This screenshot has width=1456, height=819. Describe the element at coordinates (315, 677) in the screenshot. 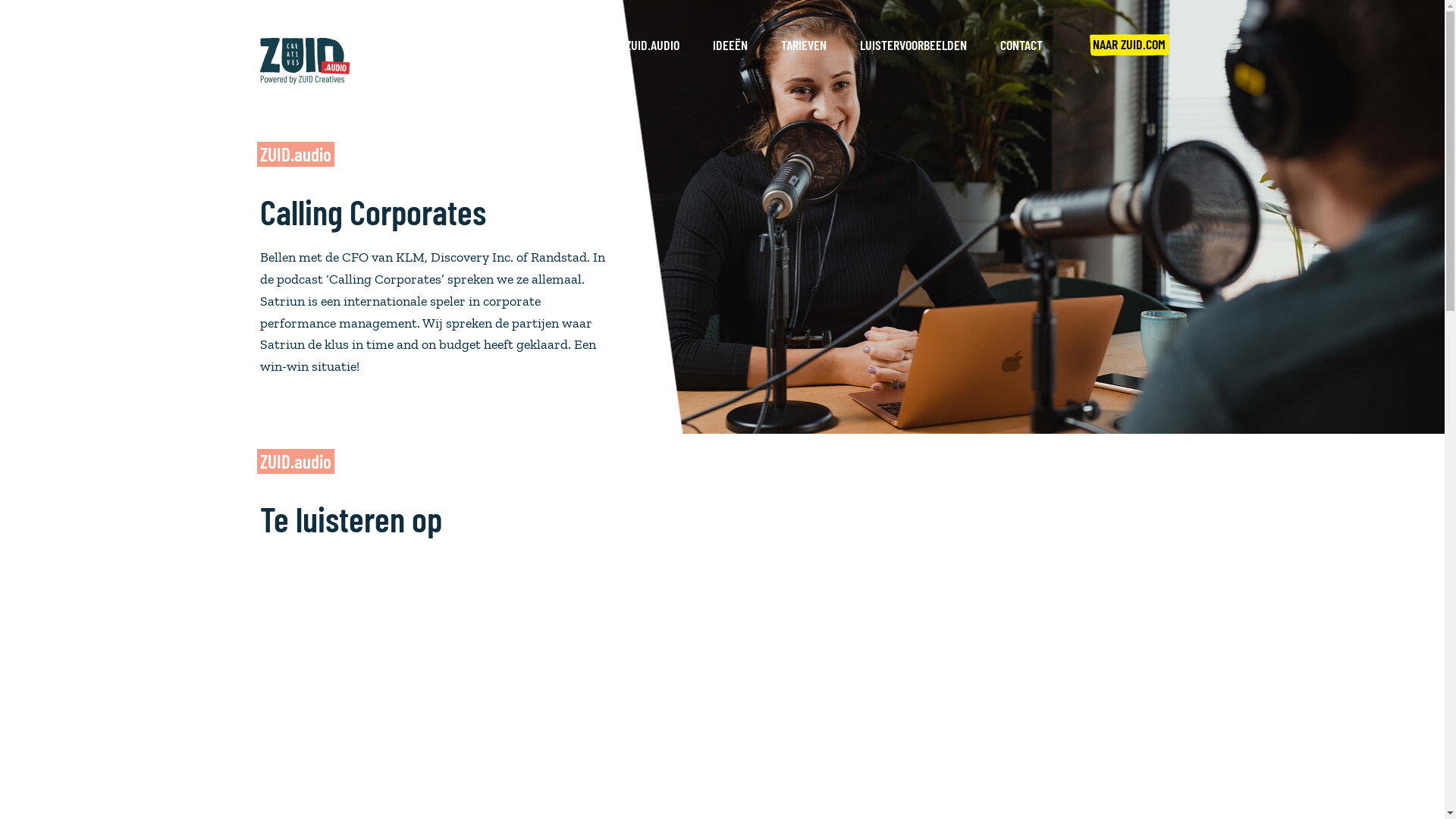

I see `'Content Marketing'` at that location.